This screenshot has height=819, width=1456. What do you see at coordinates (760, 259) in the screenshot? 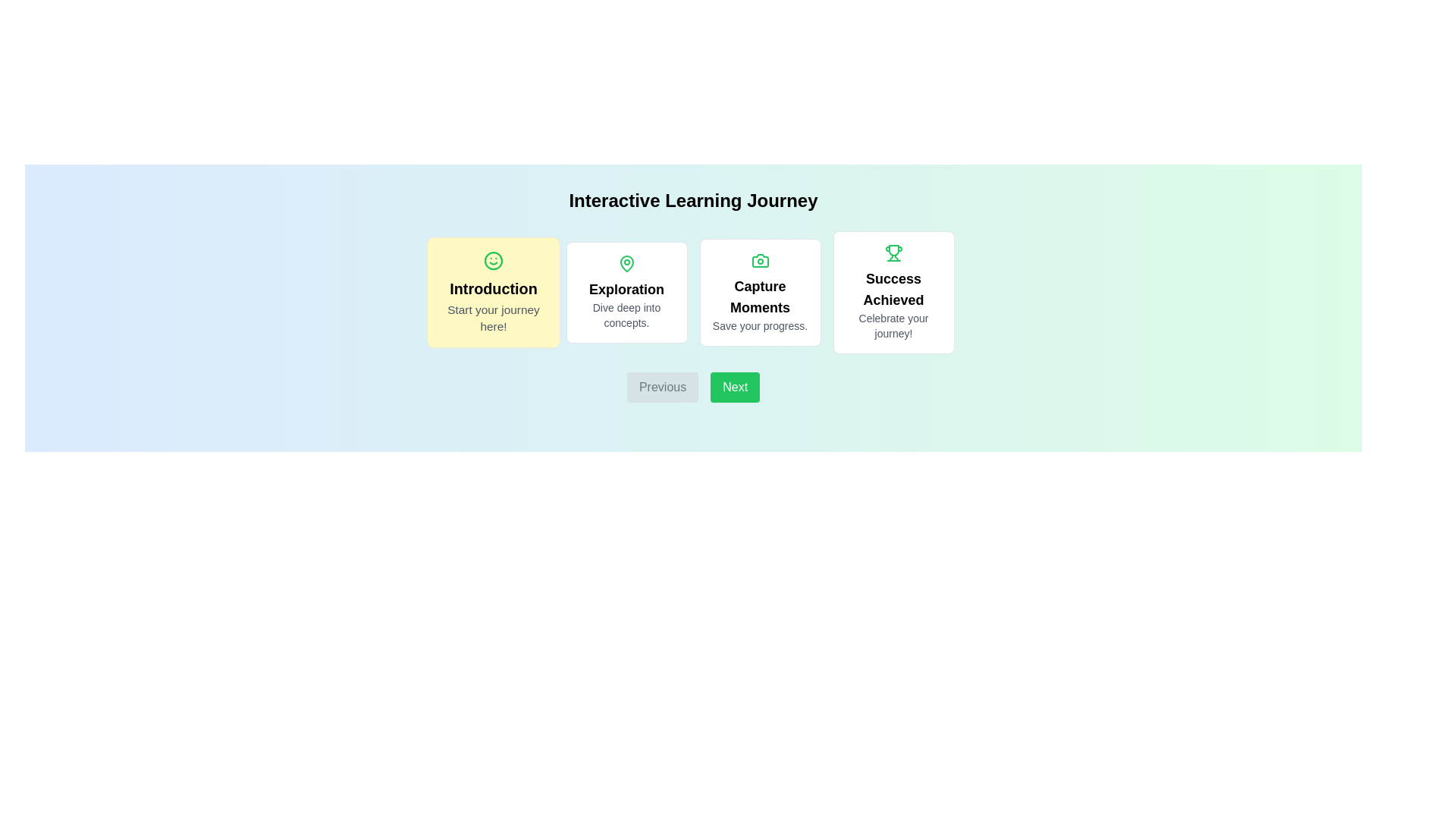
I see `the icon of the step card corresponding to Capture Moments` at bounding box center [760, 259].